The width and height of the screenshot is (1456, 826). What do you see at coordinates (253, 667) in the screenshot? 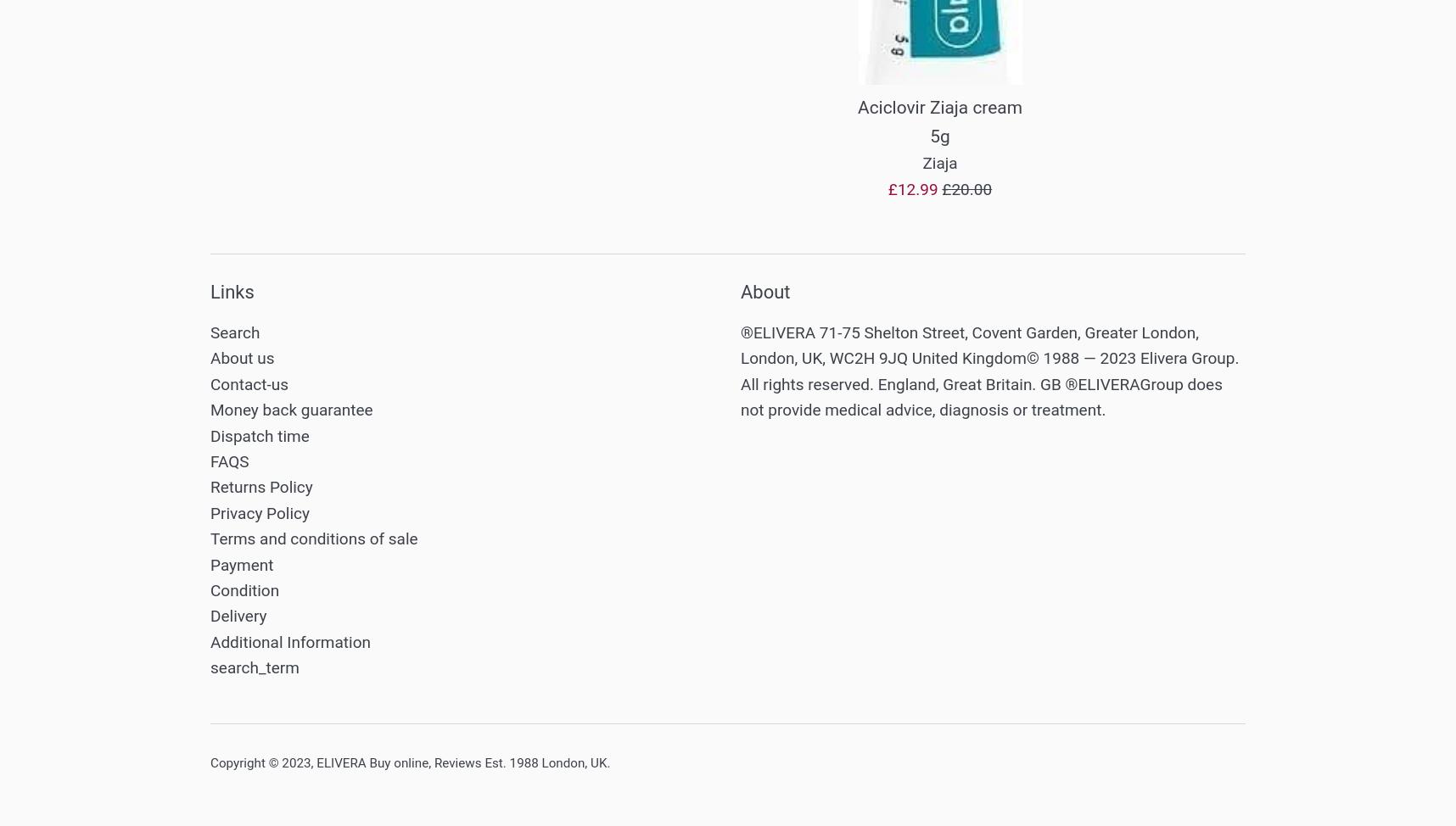
I see `'search_term'` at bounding box center [253, 667].